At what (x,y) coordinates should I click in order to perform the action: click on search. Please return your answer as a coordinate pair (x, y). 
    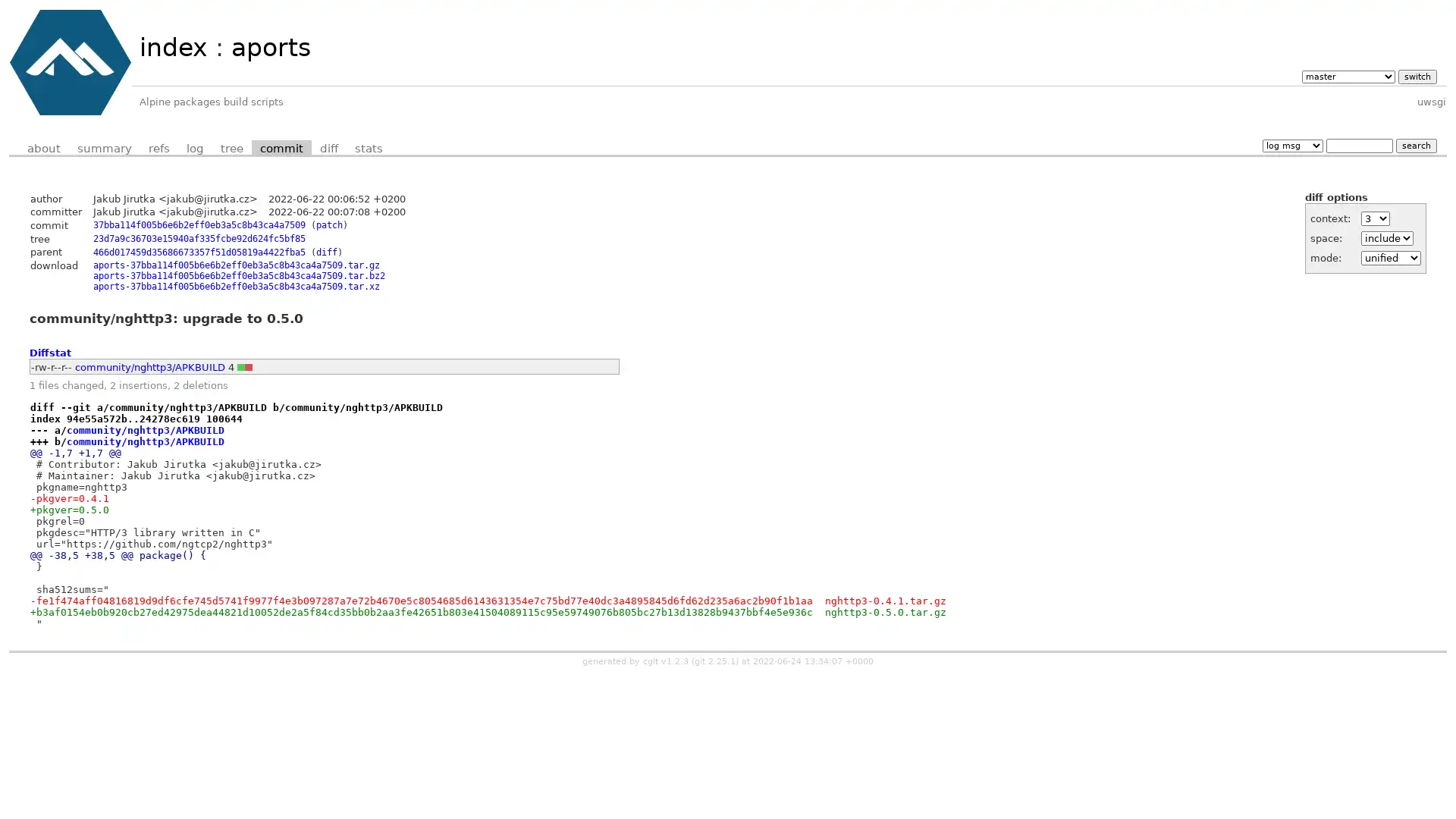
    Looking at the image, I should click on (1415, 145).